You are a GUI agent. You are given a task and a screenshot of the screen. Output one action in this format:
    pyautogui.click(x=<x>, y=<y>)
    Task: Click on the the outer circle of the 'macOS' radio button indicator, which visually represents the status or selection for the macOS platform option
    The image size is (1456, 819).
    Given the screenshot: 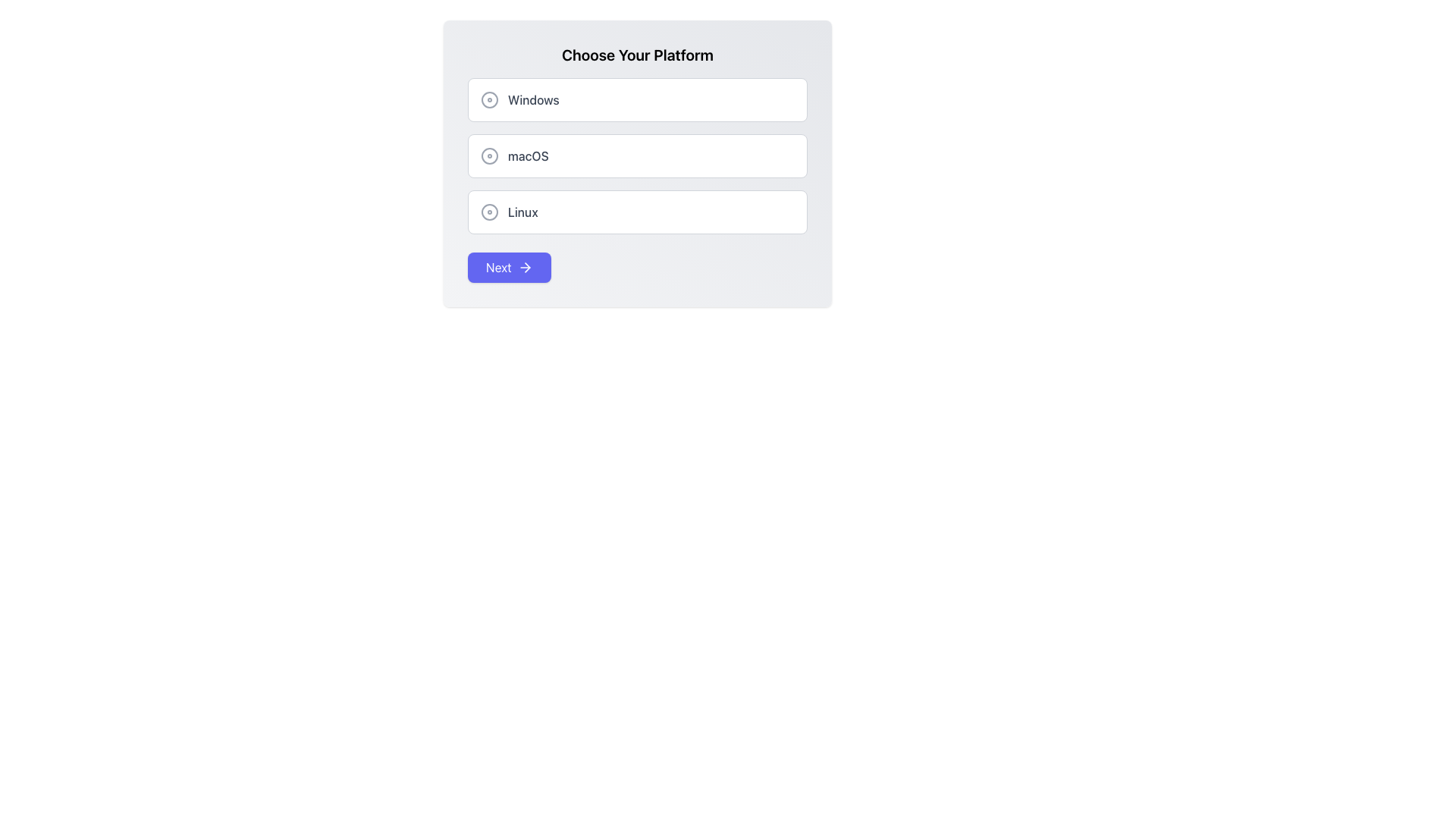 What is the action you would take?
    pyautogui.click(x=490, y=155)
    